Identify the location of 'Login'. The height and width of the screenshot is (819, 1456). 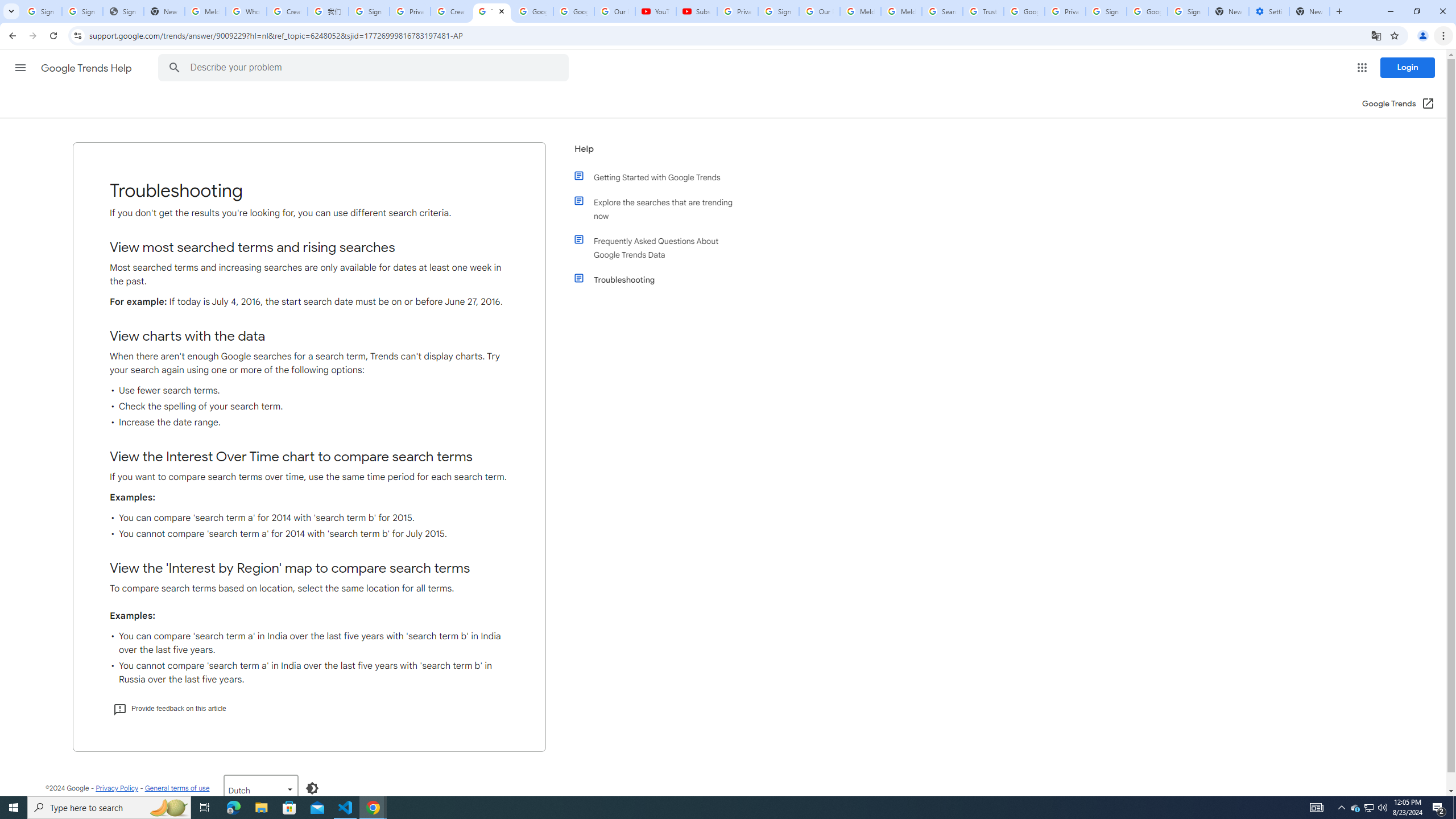
(1407, 67).